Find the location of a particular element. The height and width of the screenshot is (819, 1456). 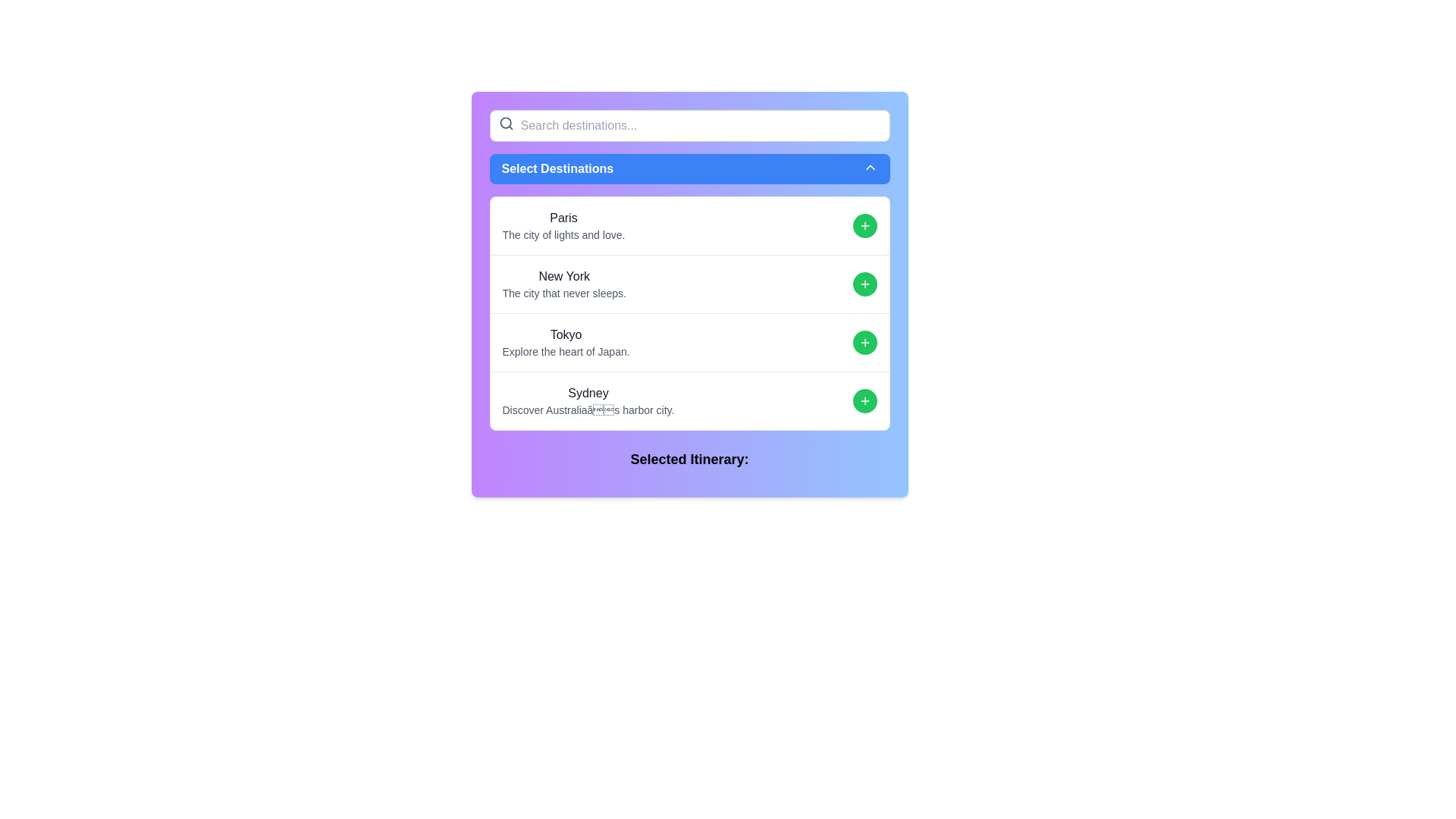

the Composite text block that provides a title and description for the destination 'Paris', which is the topmost entry in the vertically arranged list of destinations is located at coordinates (563, 225).